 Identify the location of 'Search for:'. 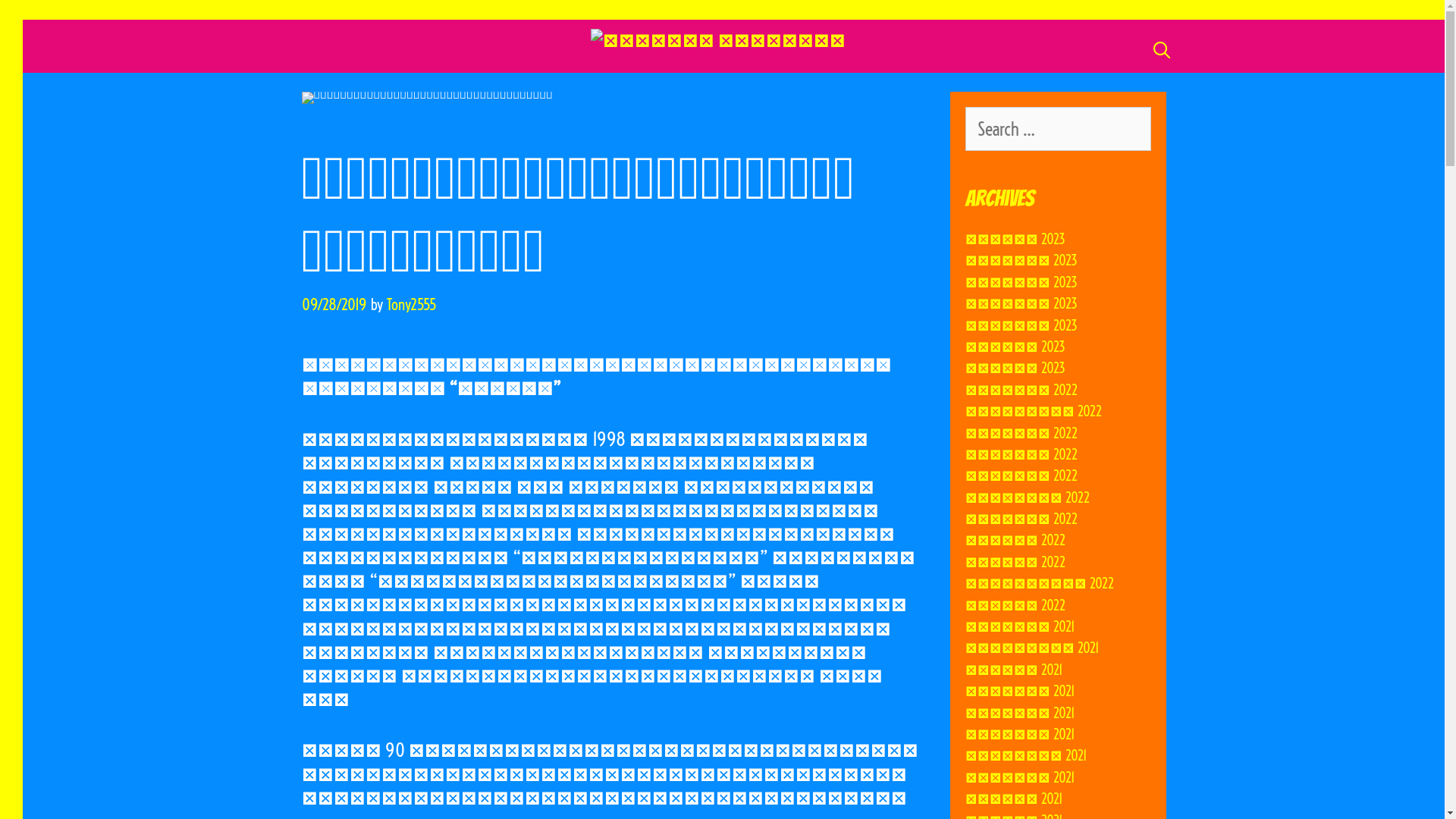
(1056, 127).